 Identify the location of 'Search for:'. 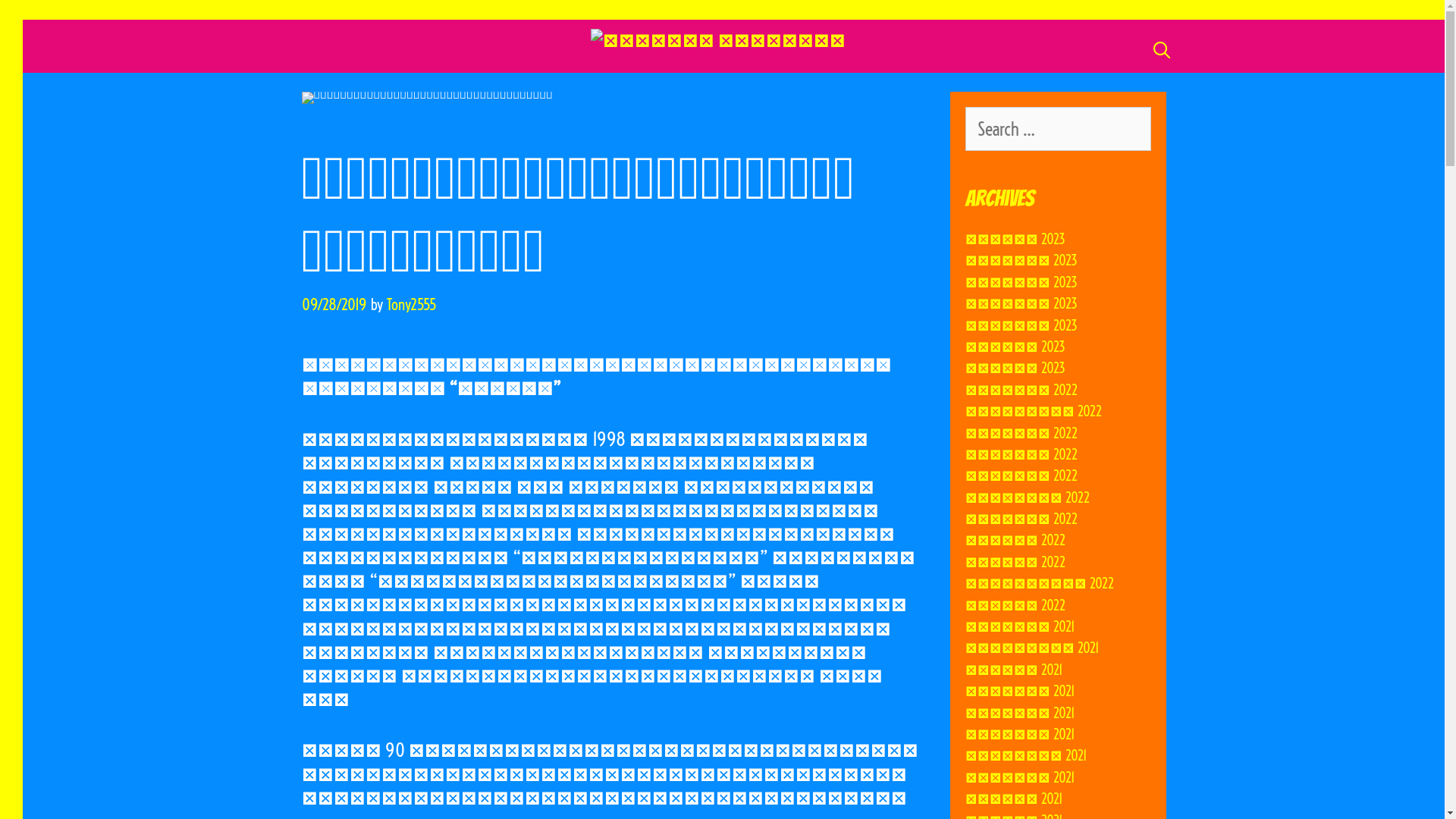
(1056, 127).